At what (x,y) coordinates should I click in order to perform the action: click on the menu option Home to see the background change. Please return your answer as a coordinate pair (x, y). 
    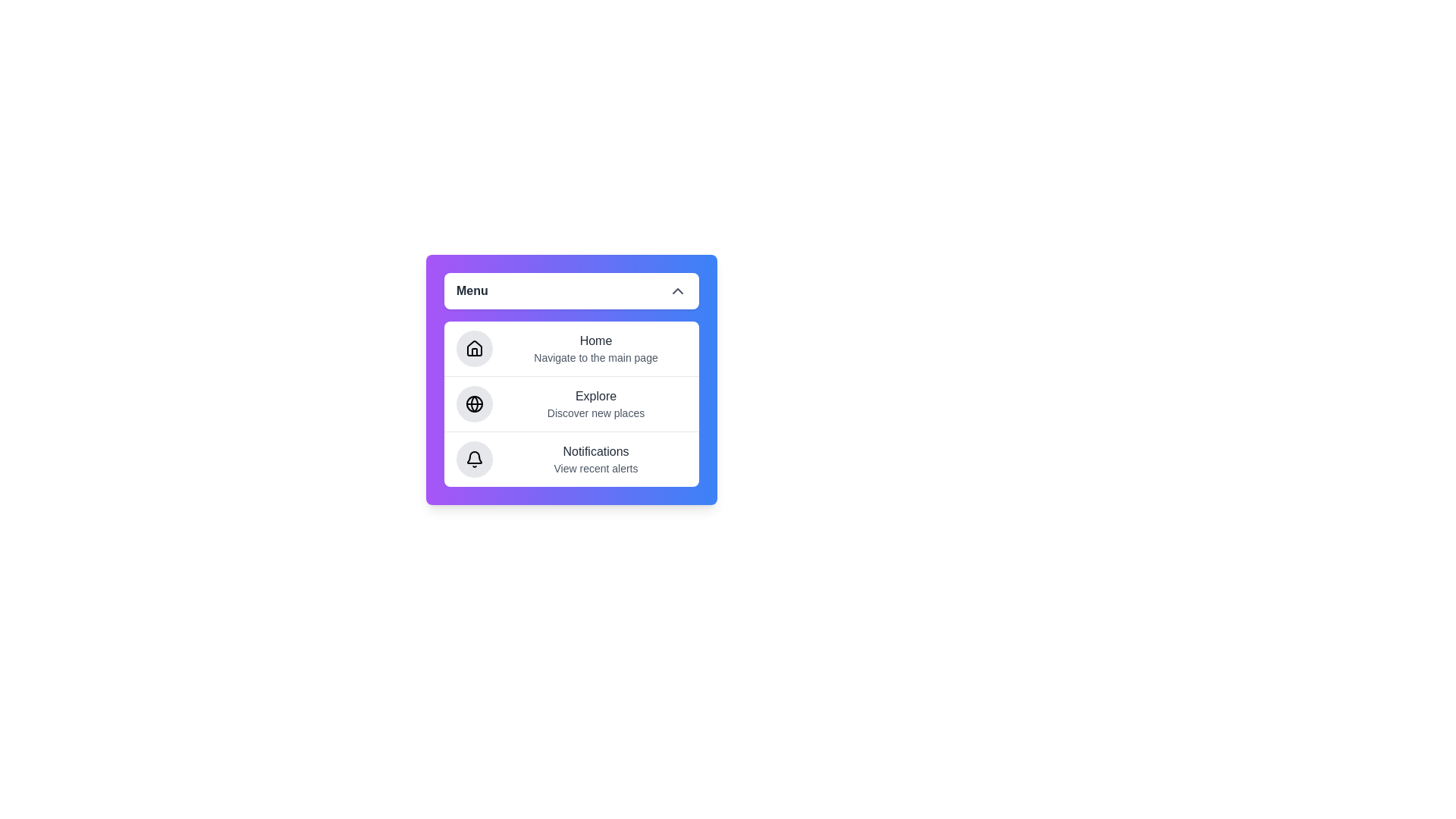
    Looking at the image, I should click on (570, 348).